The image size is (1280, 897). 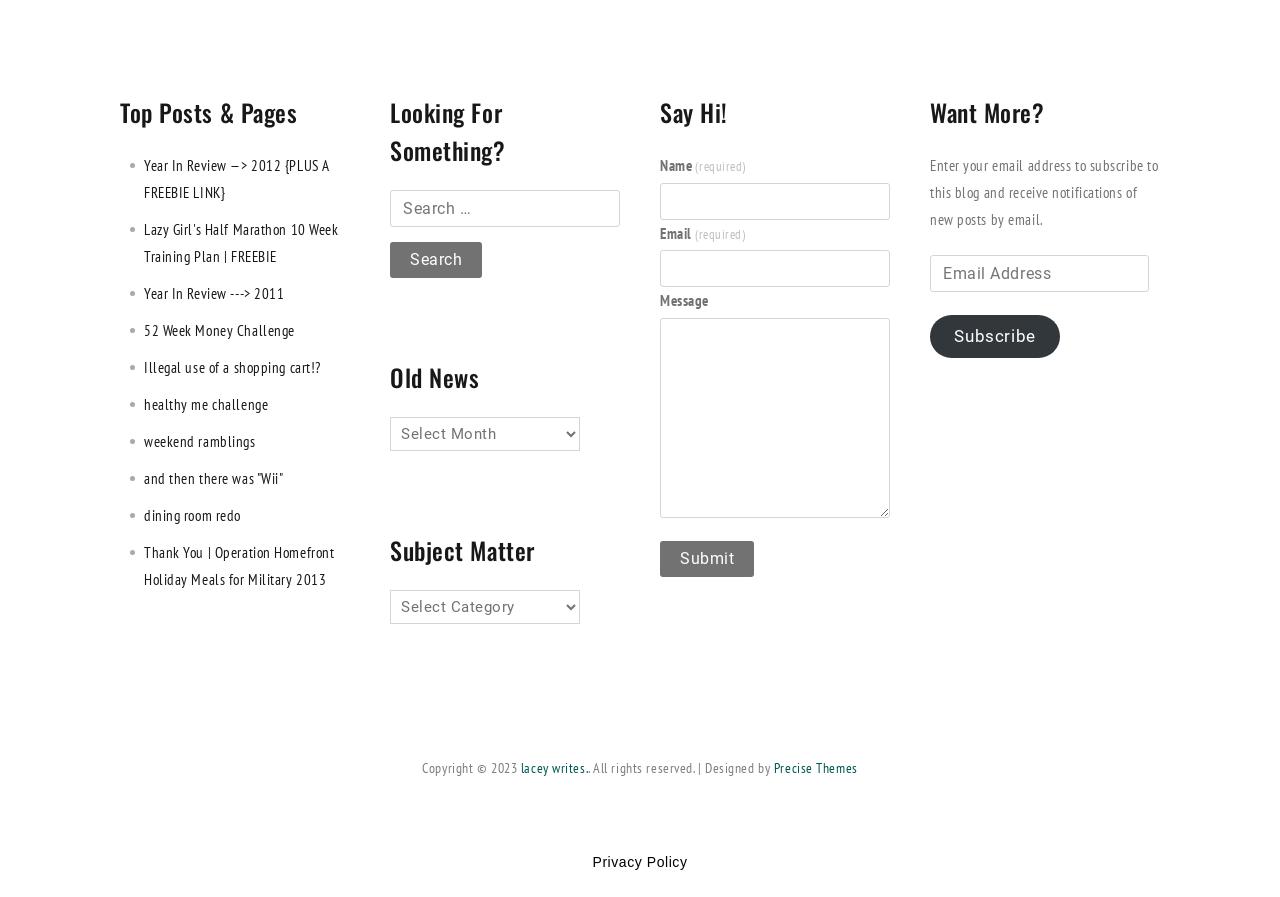 What do you see at coordinates (519, 767) in the screenshot?
I see `'lacey writes.'` at bounding box center [519, 767].